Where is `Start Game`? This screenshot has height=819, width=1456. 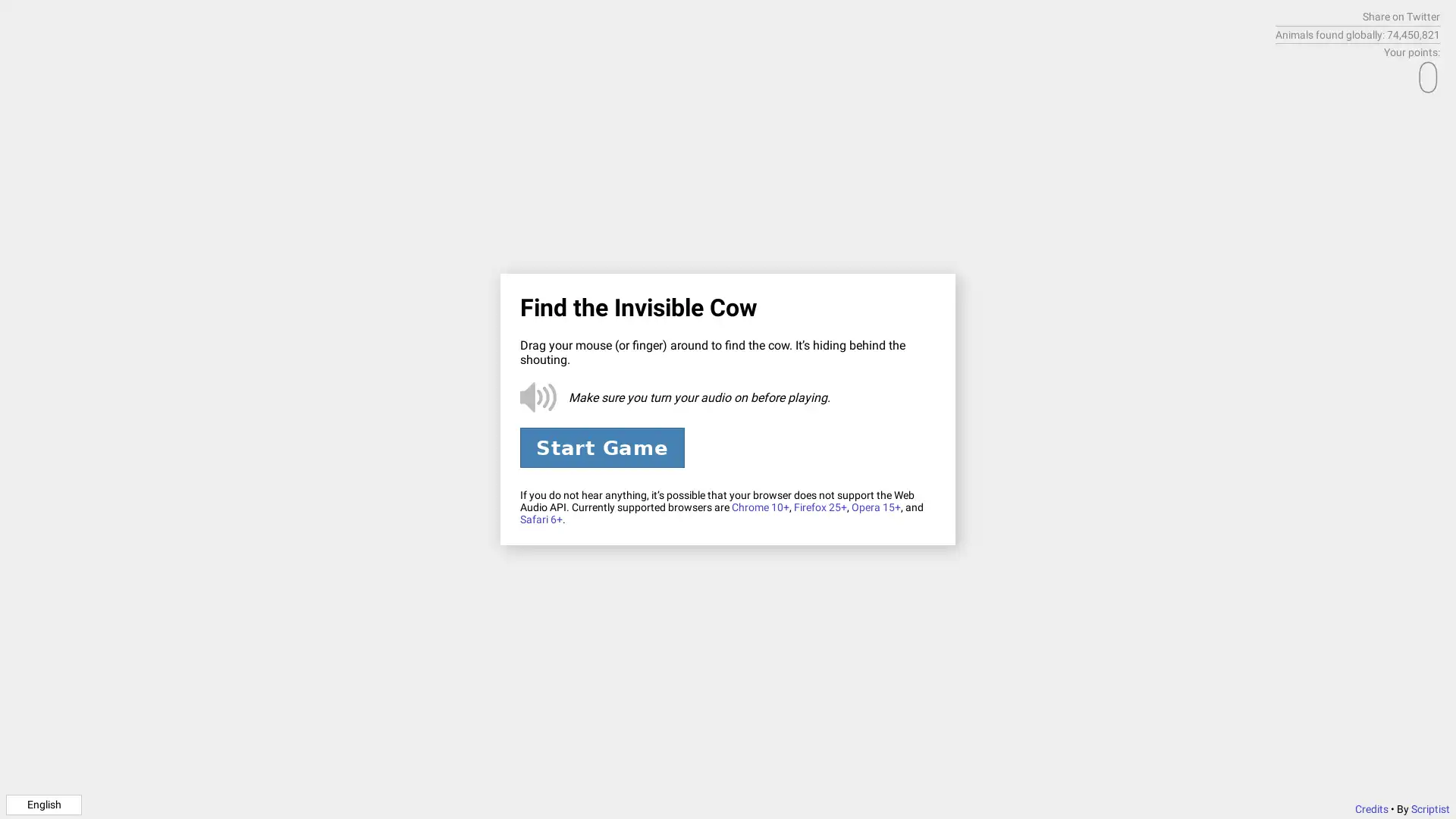 Start Game is located at coordinates (601, 447).